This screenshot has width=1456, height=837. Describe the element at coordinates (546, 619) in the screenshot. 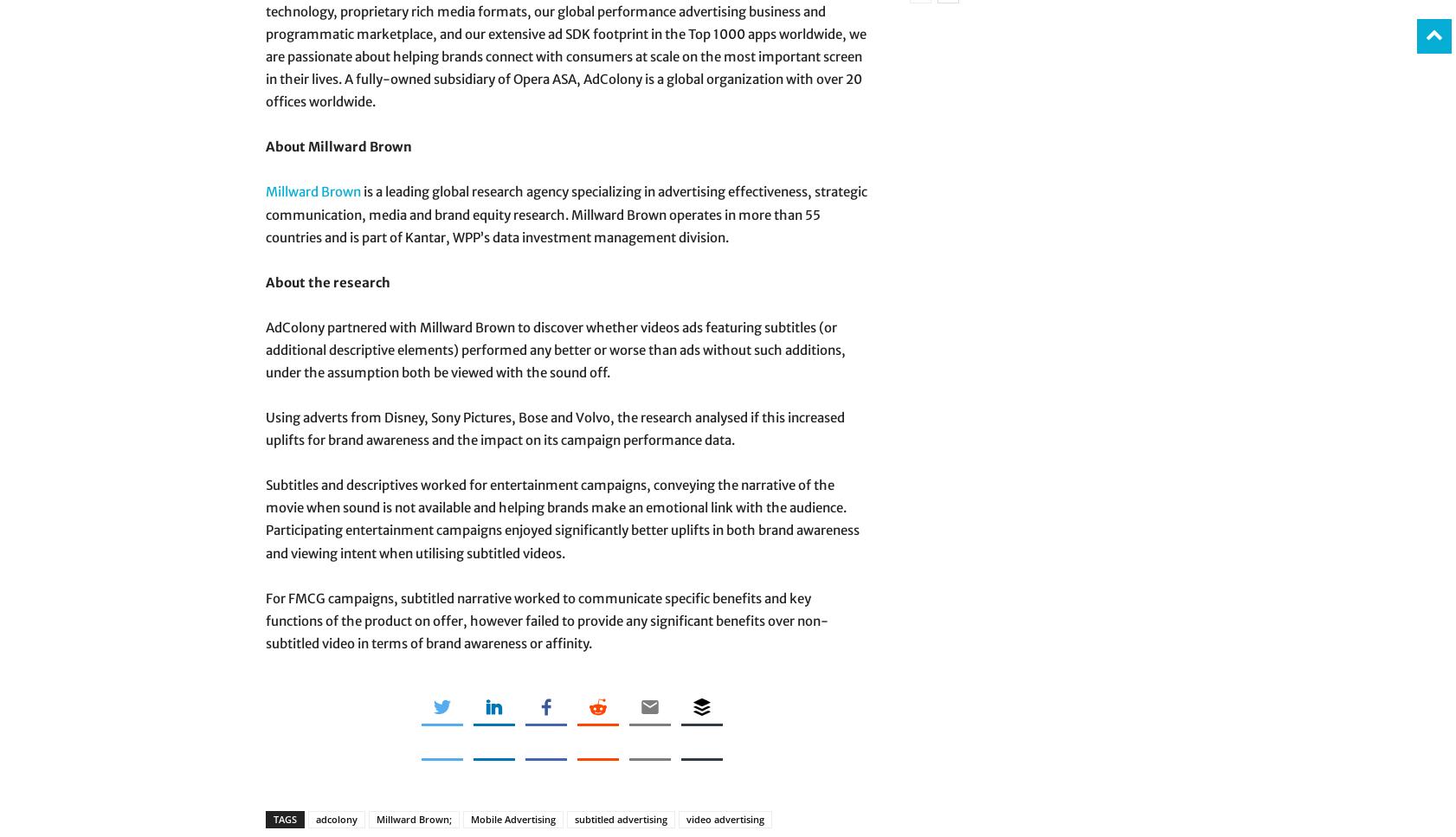

I see `'For FMCG campaigns, subtitled narrative worked to communicate specific benefits and key functions of the product on offer, however failed to provide any significant benefits over non-subtitled video in terms of brand awareness or affinity.'` at that location.